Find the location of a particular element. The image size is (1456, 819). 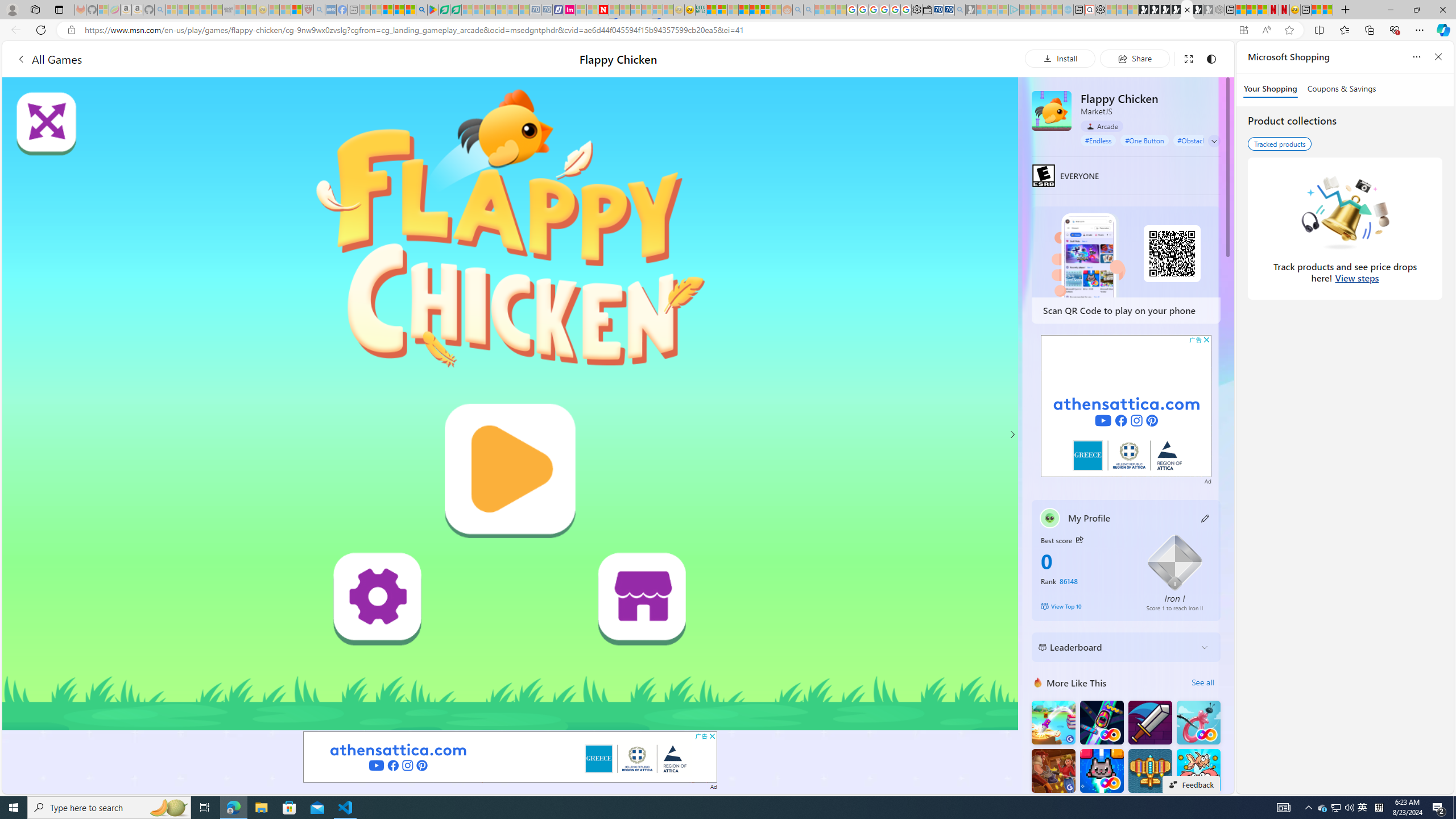

'See all' is located at coordinates (1202, 681).